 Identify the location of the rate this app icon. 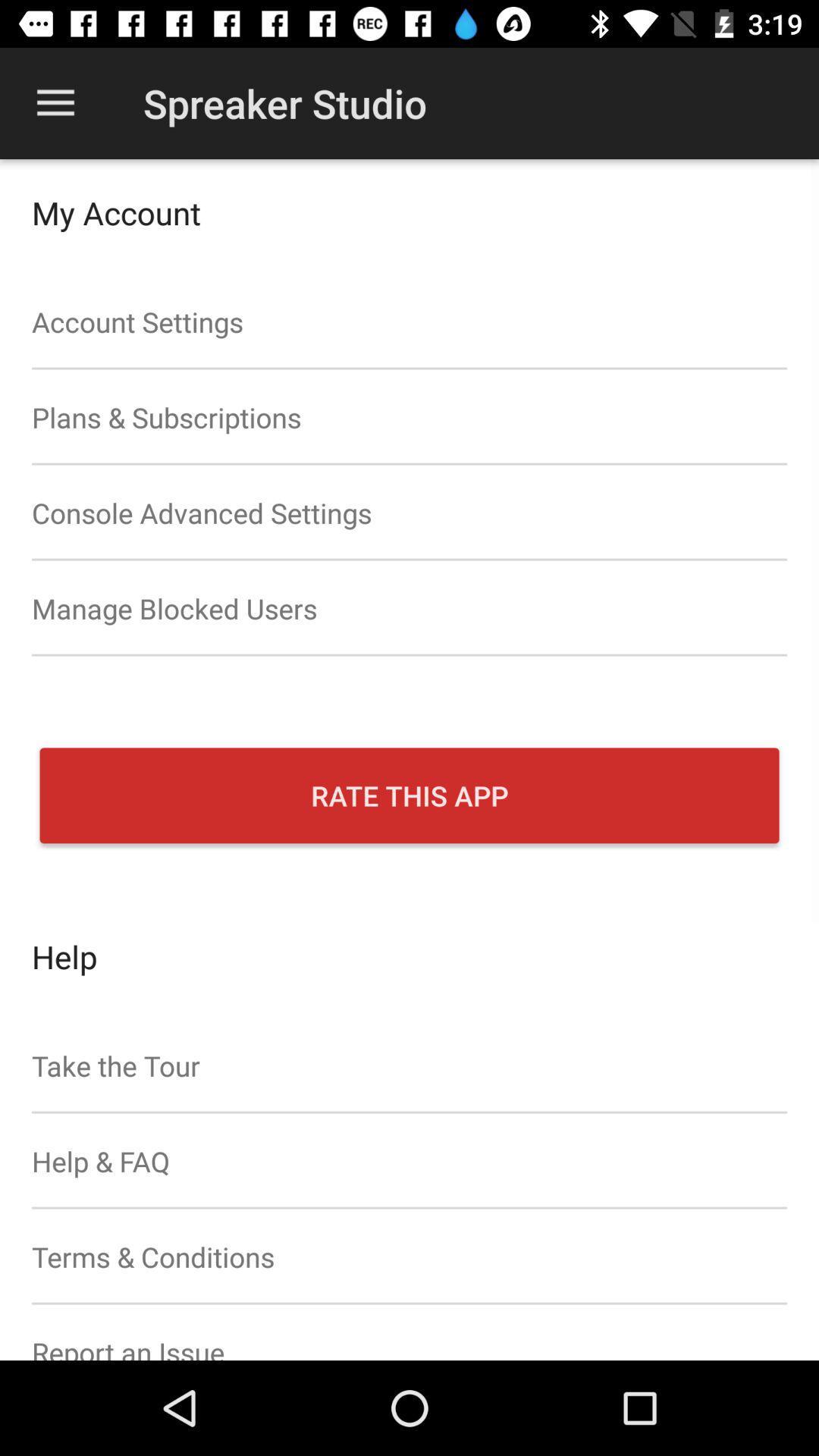
(409, 795).